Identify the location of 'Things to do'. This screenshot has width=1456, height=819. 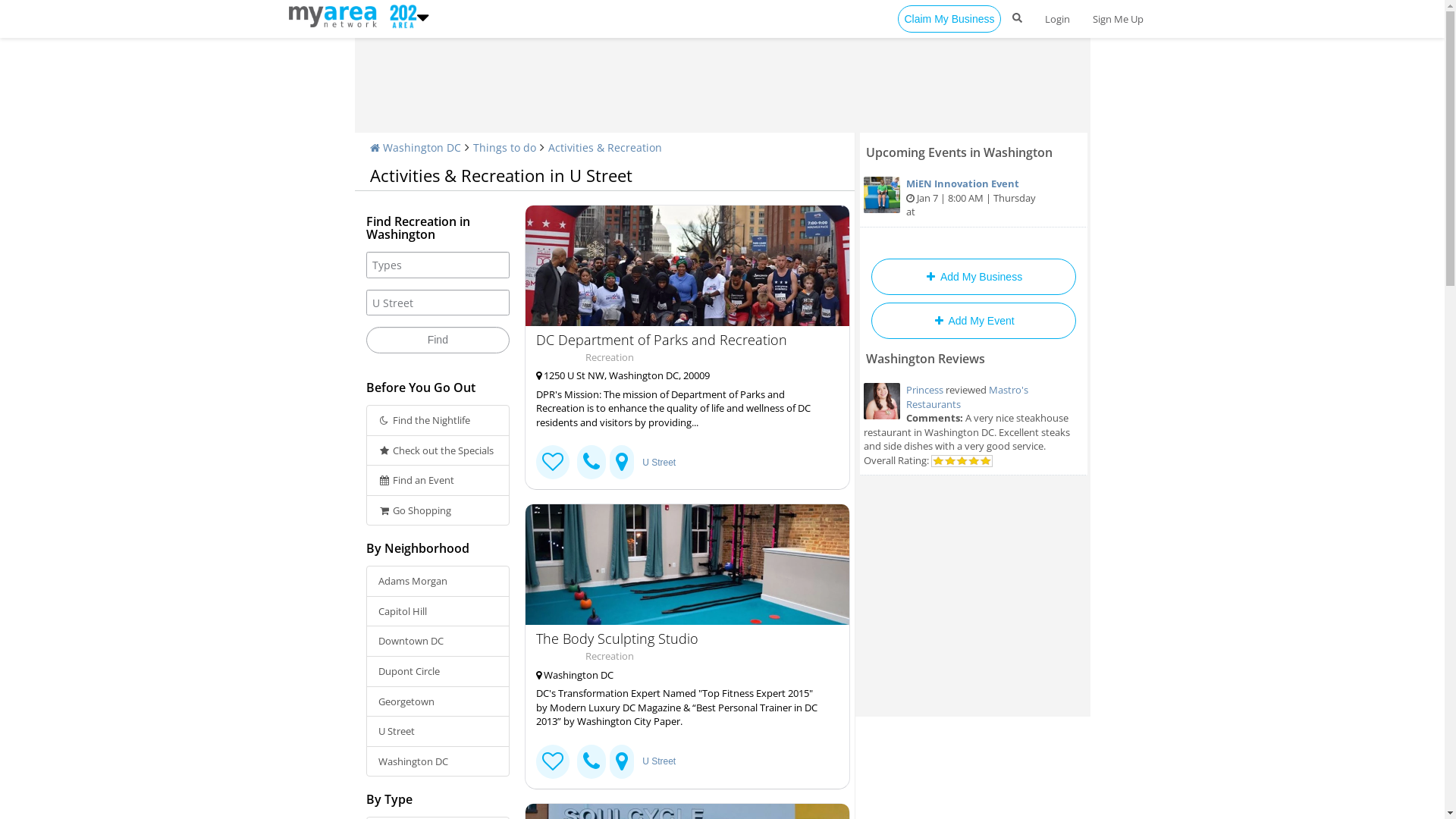
(504, 147).